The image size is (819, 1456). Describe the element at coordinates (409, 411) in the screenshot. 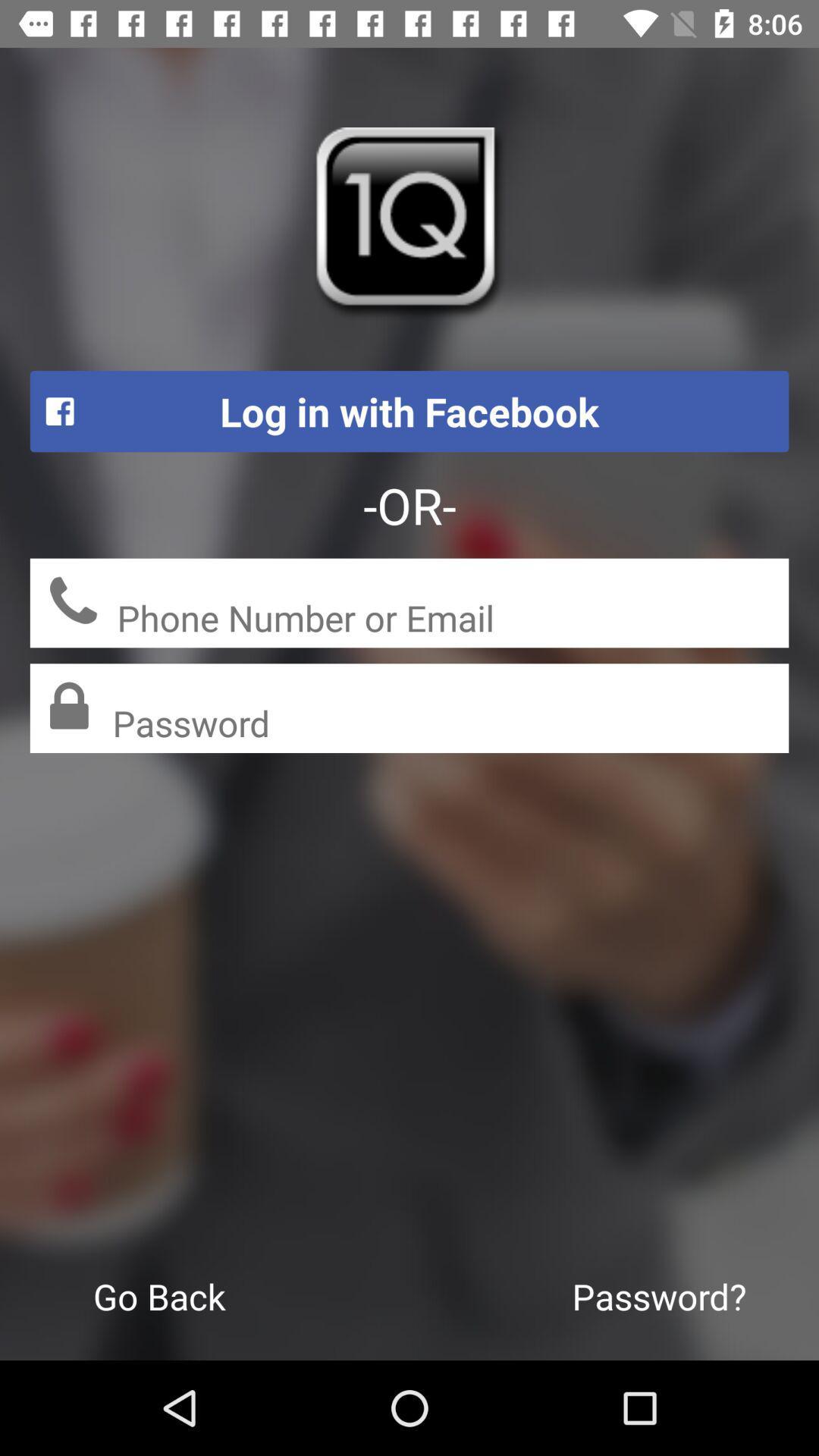

I see `log in with` at that location.